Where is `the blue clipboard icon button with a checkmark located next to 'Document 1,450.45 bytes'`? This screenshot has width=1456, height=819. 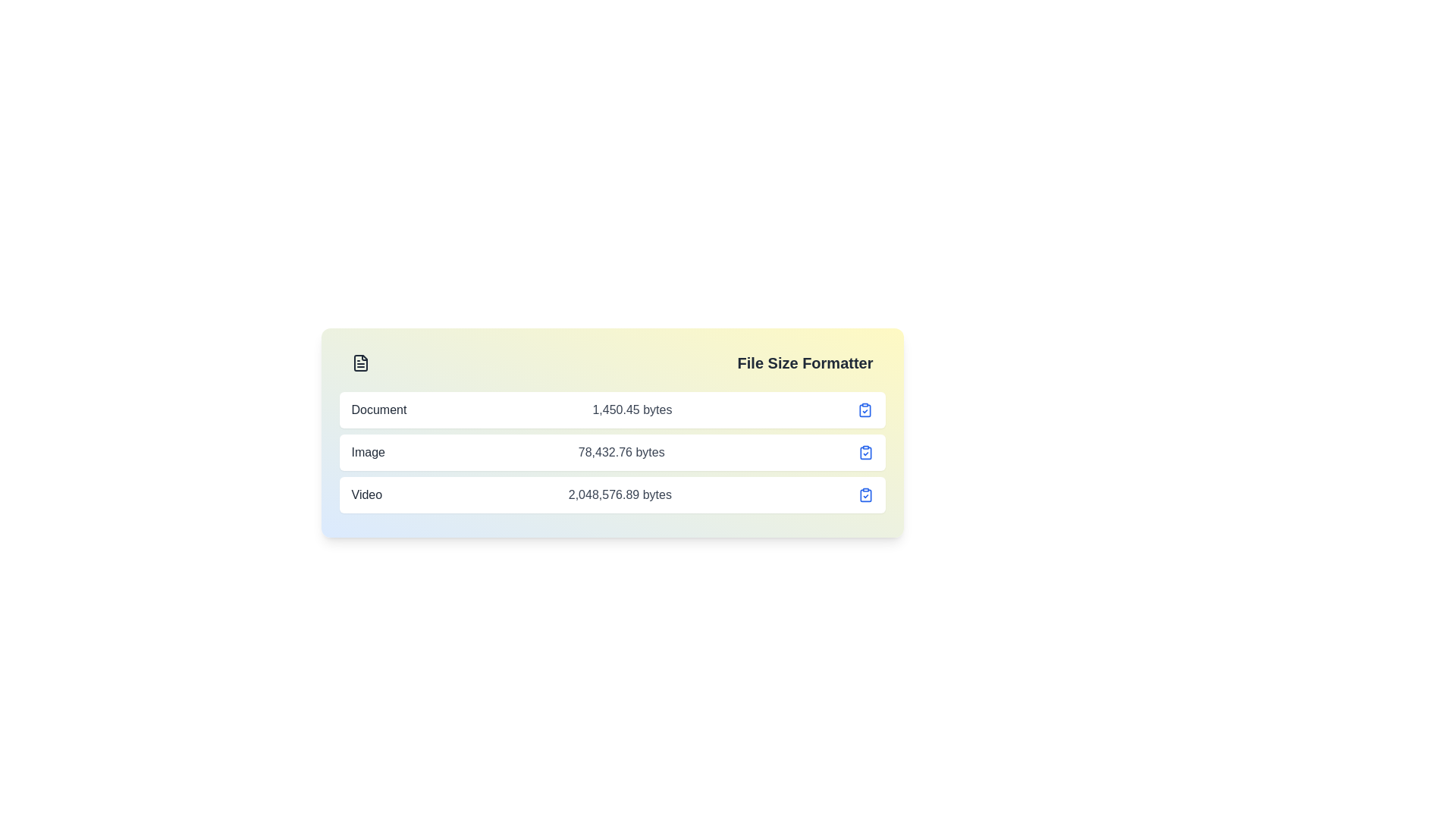 the blue clipboard icon button with a checkmark located next to 'Document 1,450.45 bytes' is located at coordinates (865, 409).